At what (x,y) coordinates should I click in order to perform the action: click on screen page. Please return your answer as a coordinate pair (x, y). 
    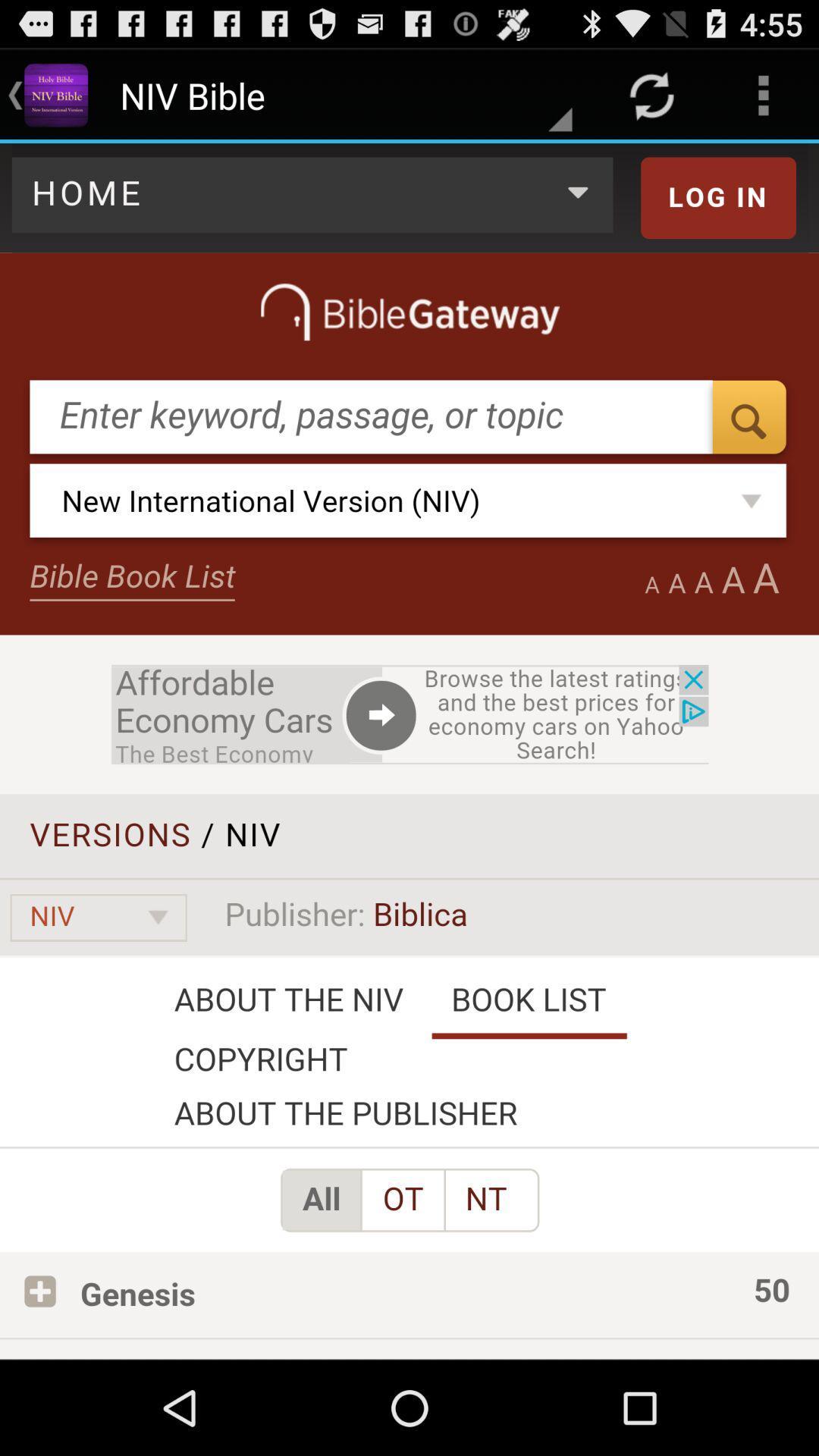
    Looking at the image, I should click on (409, 751).